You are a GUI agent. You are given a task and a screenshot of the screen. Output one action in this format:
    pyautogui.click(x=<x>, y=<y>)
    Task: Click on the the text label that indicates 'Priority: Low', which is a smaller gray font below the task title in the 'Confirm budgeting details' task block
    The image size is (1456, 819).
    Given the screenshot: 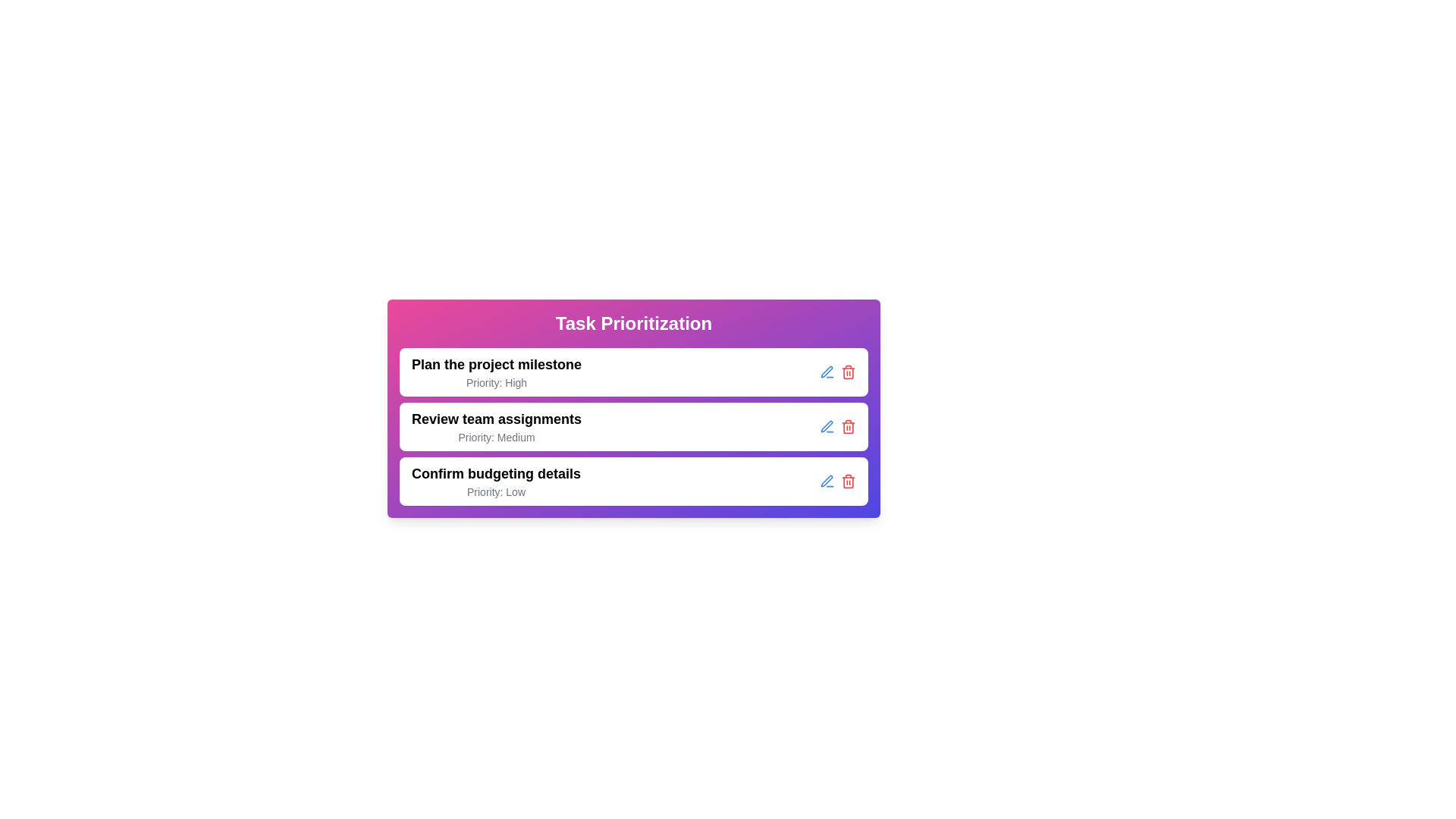 What is the action you would take?
    pyautogui.click(x=496, y=491)
    